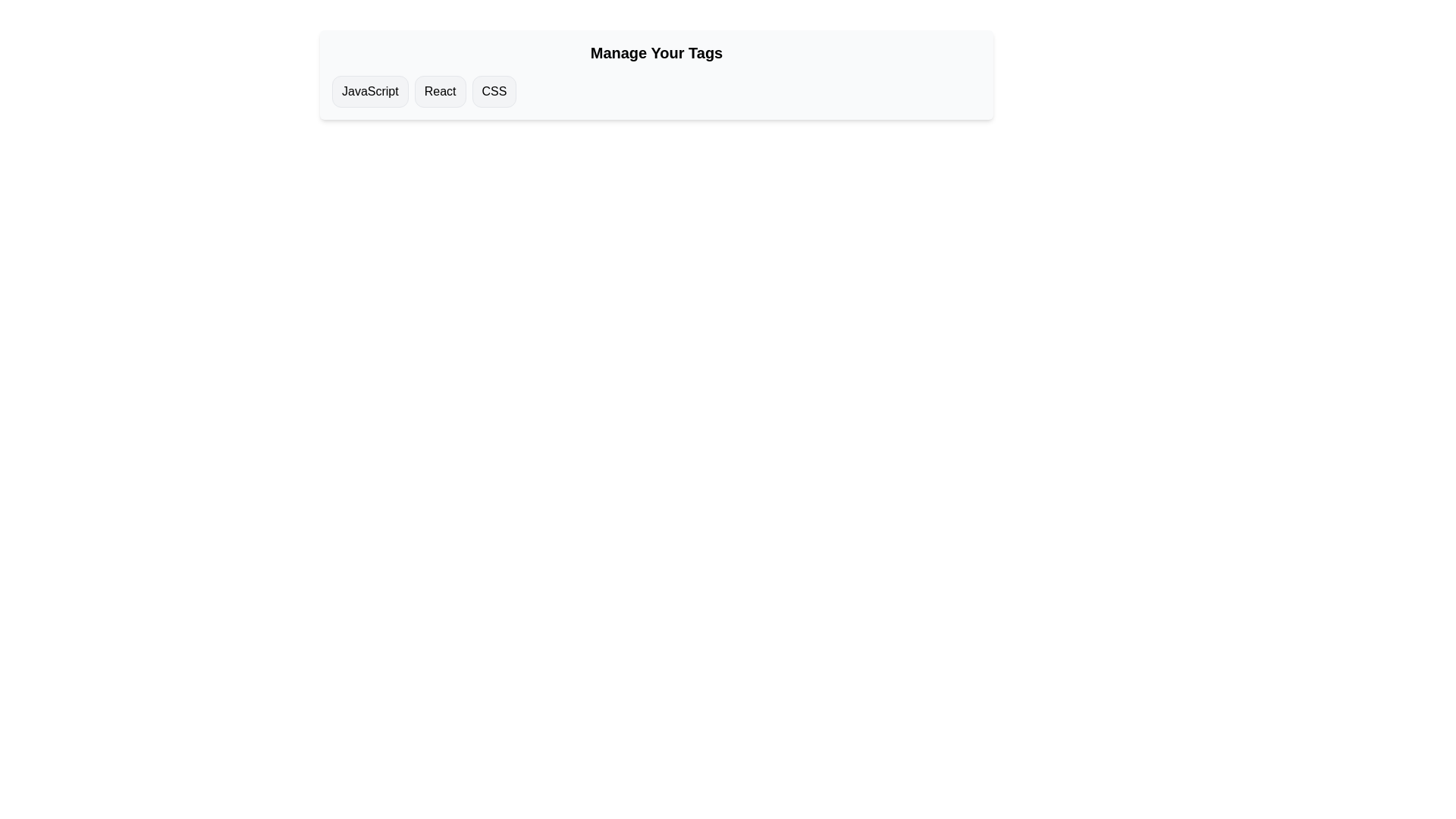 The width and height of the screenshot is (1456, 819). Describe the element at coordinates (494, 91) in the screenshot. I see `the tag labeled CSS` at that location.